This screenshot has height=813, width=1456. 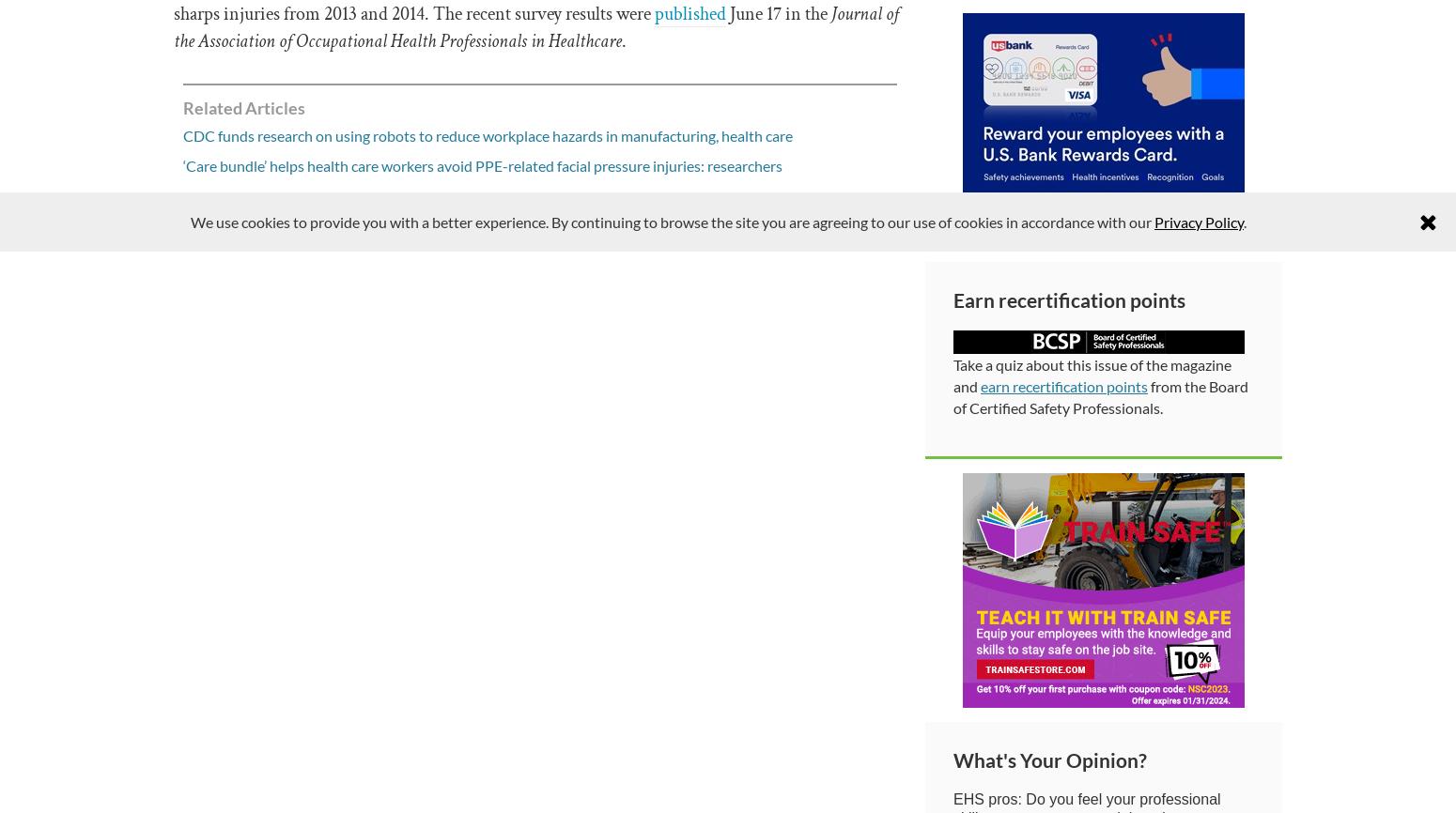 I want to click on 'earn recertification points', so click(x=980, y=385).